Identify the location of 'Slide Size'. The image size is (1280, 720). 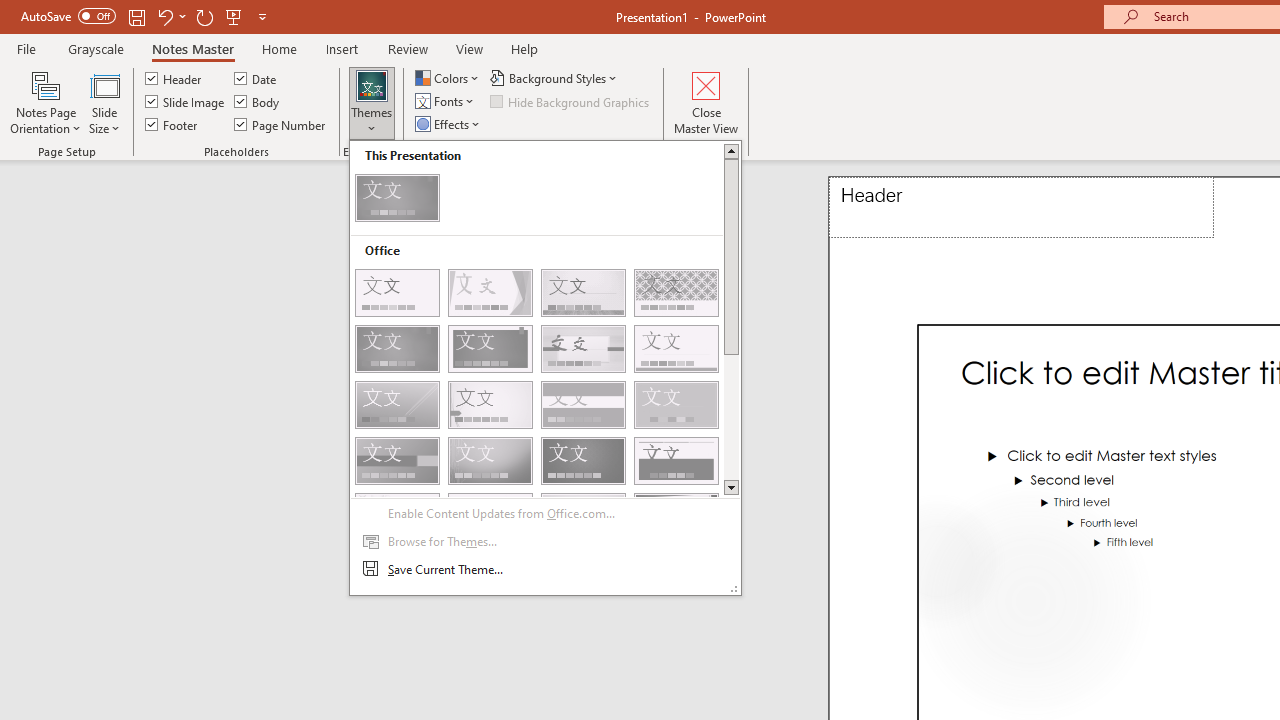
(103, 103).